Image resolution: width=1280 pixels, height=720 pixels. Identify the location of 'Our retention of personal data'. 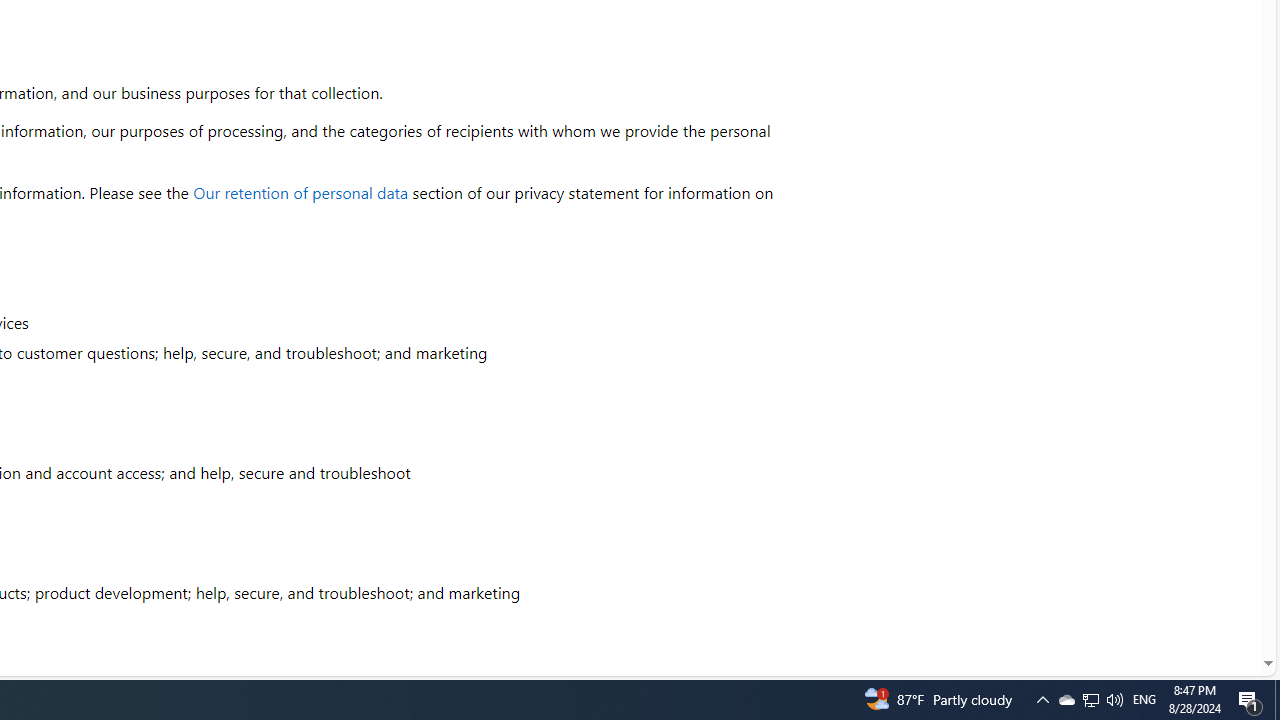
(300, 192).